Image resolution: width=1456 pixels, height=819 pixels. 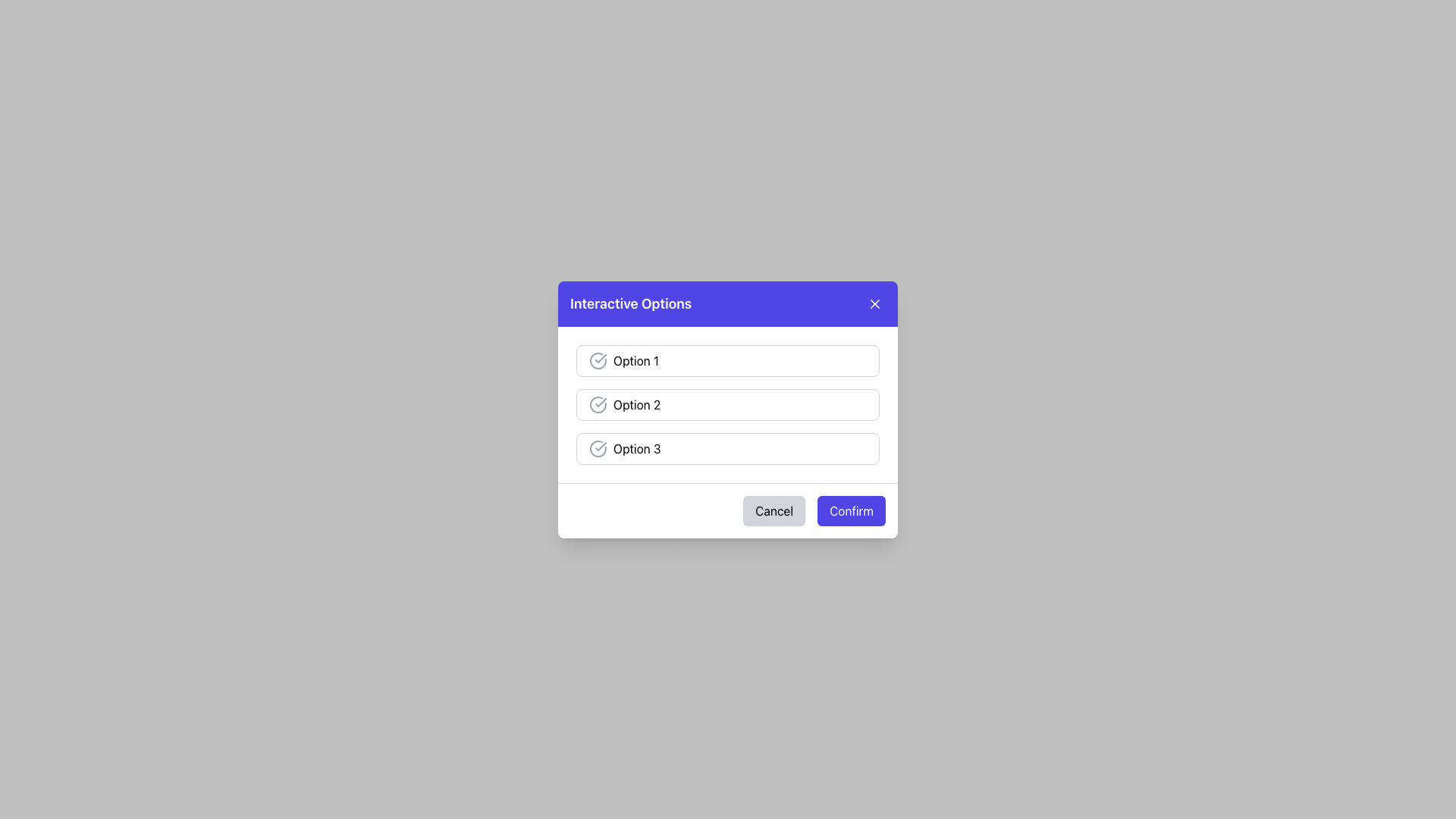 What do you see at coordinates (597, 403) in the screenshot?
I see `the Icon (Circle with Checkmark) located in the second option of the vertically arranged list labeled 'Option 2', which is next to the text label` at bounding box center [597, 403].